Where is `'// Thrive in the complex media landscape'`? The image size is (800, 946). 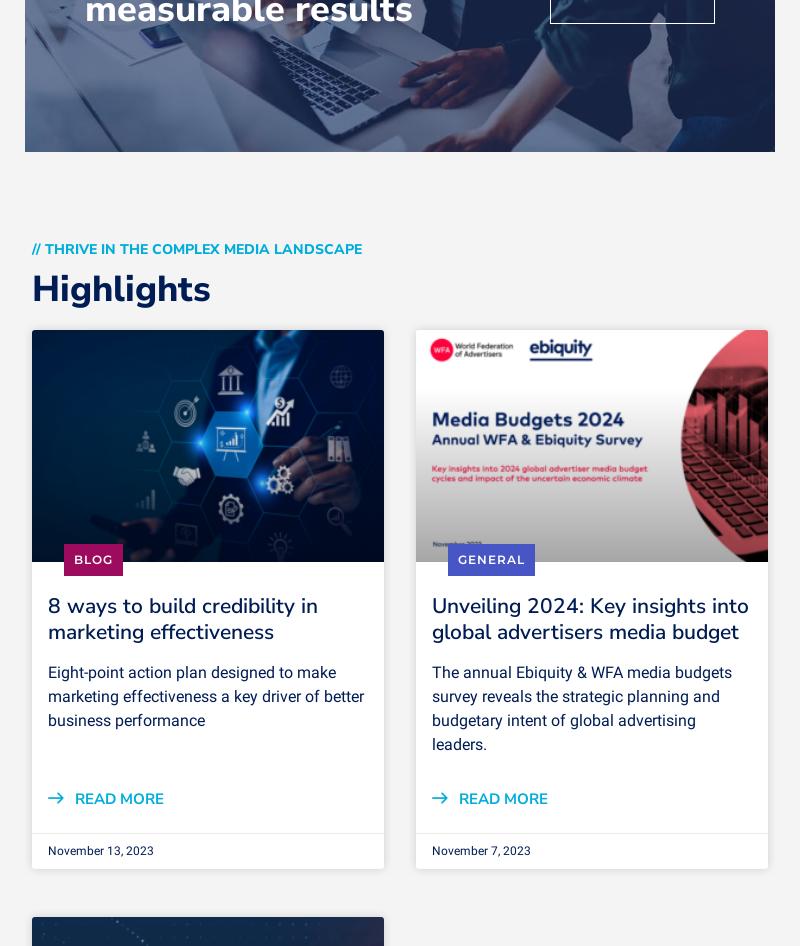
'// Thrive in the complex media landscape' is located at coordinates (195, 248).